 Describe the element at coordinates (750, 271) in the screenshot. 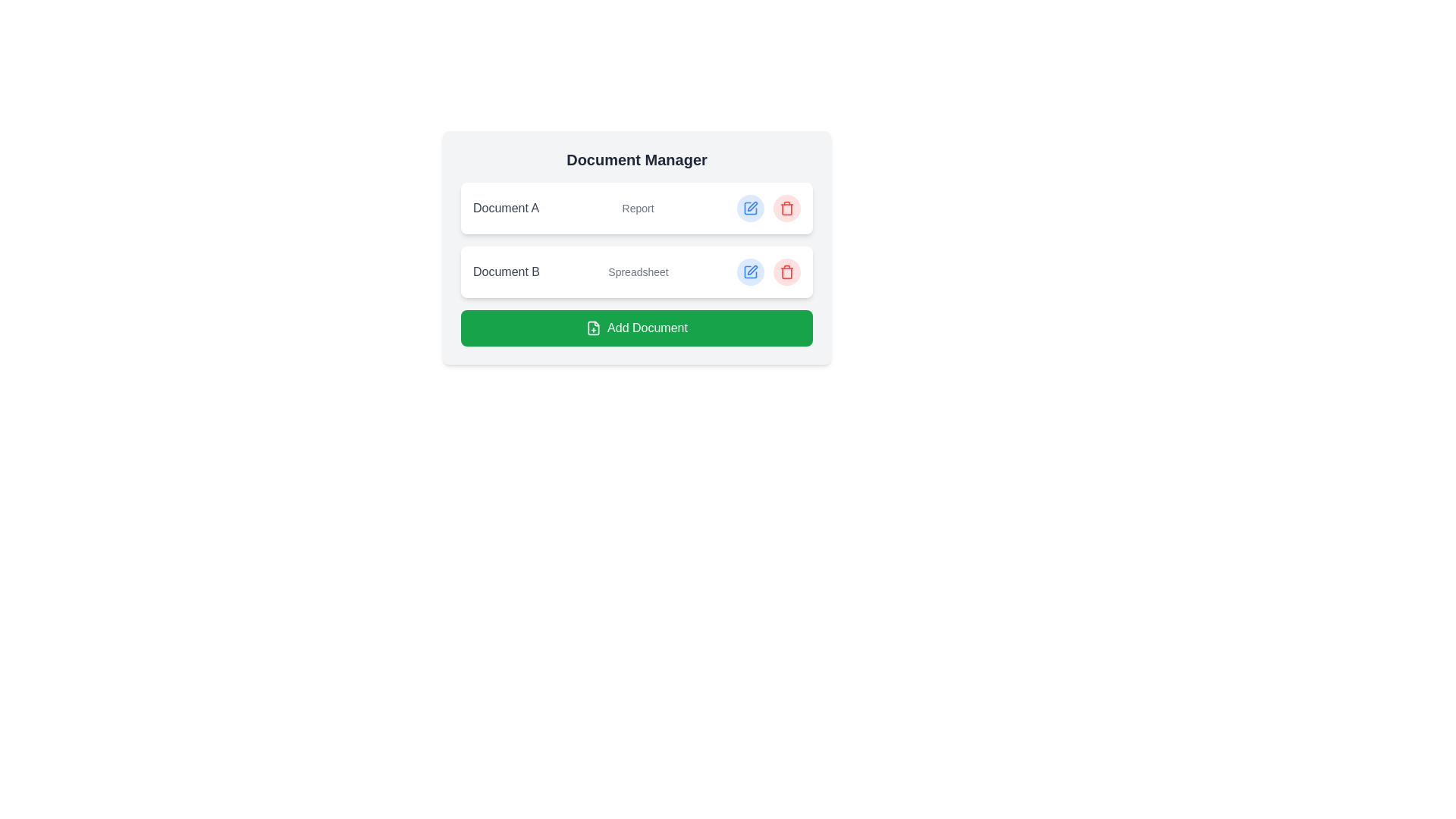

I see `the editable pen icon with a light blue background located in the 'Document B' row to initiate editing actions` at that location.